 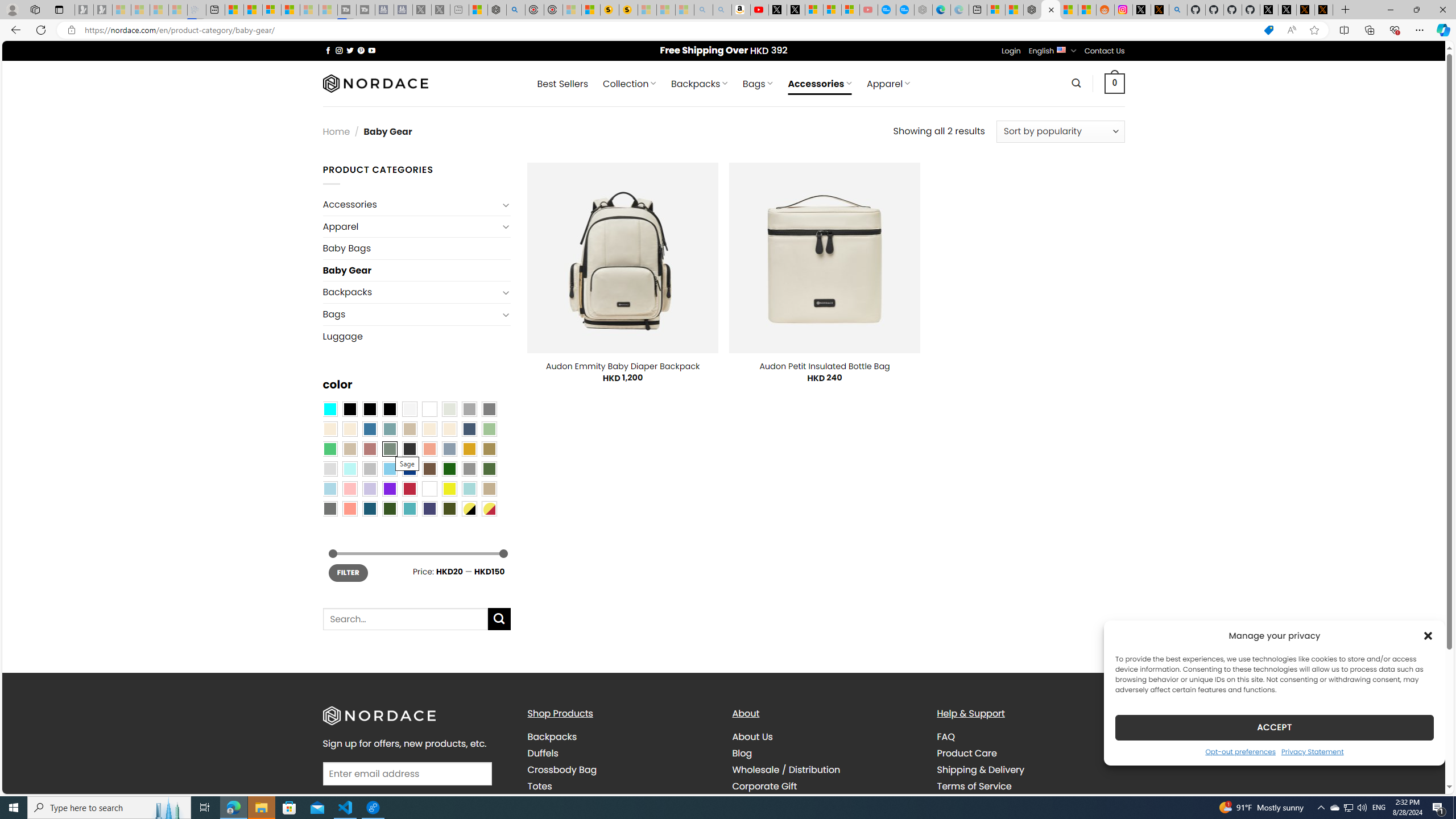 I want to click on 'Gray', so click(x=468, y=468).